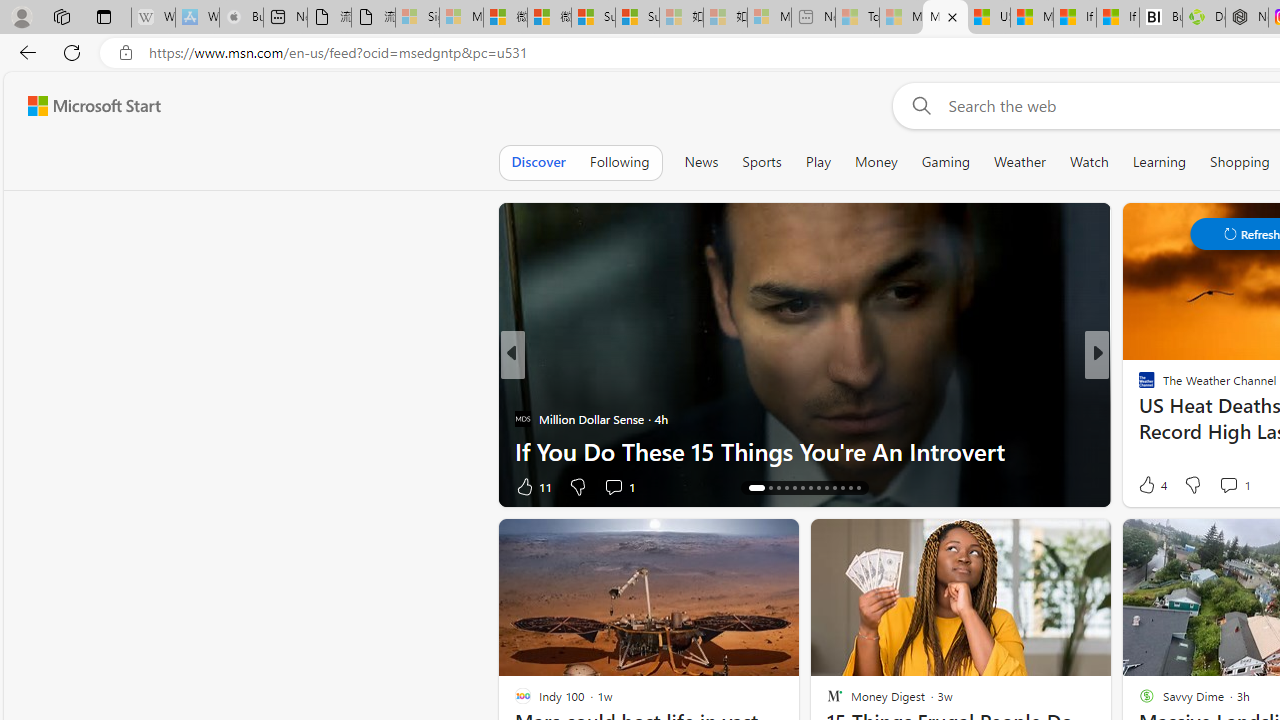 This screenshot has width=1280, height=720. What do you see at coordinates (1049, 542) in the screenshot?
I see `'Hide this story'` at bounding box center [1049, 542].